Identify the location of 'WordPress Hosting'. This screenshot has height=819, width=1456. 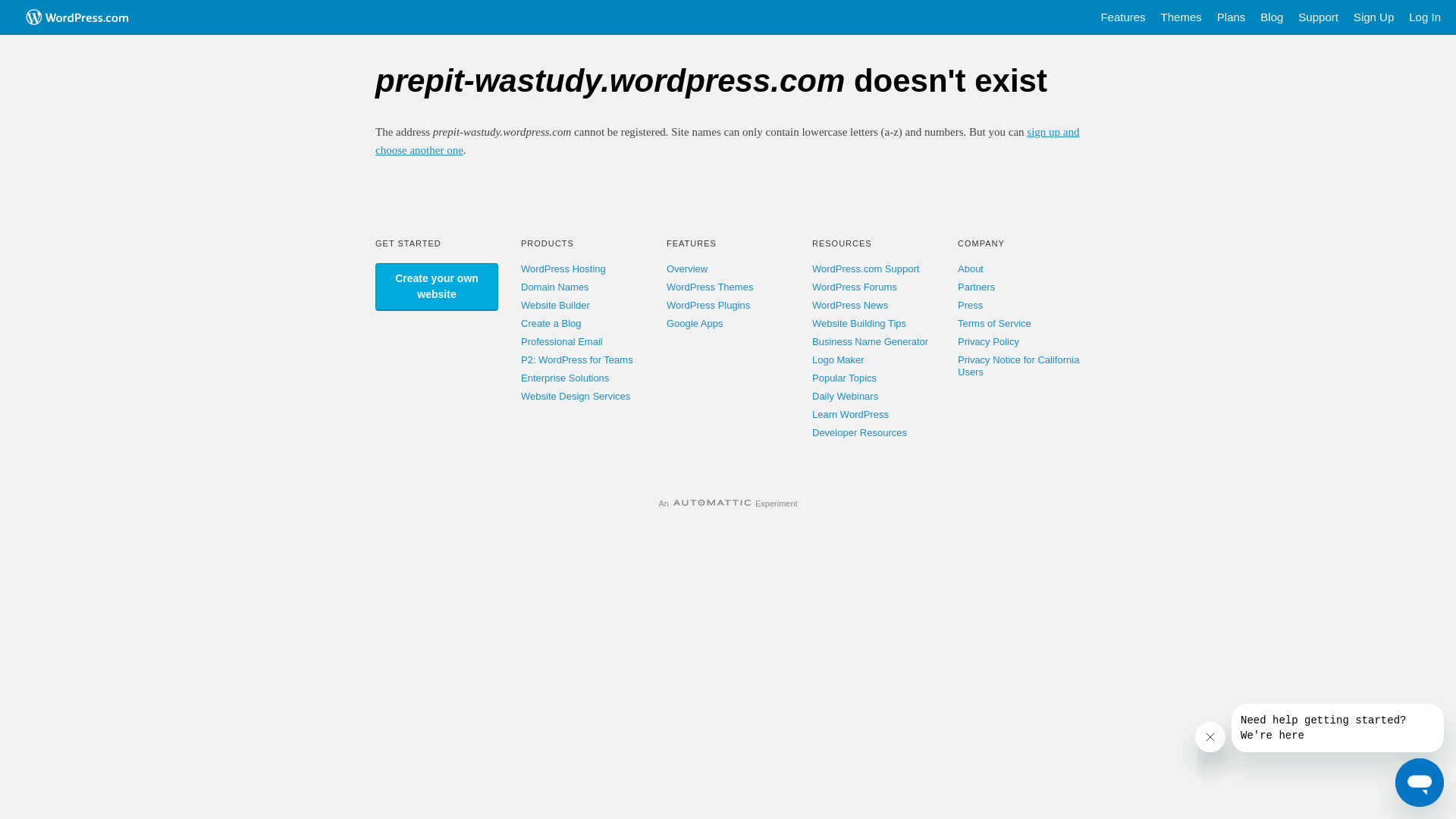
(563, 268).